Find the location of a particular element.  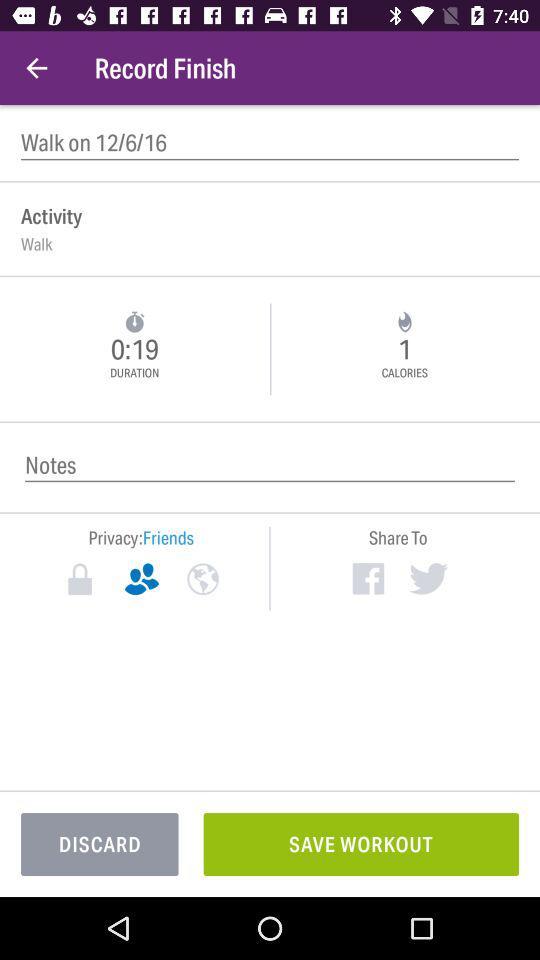

share to twitter is located at coordinates (427, 578).